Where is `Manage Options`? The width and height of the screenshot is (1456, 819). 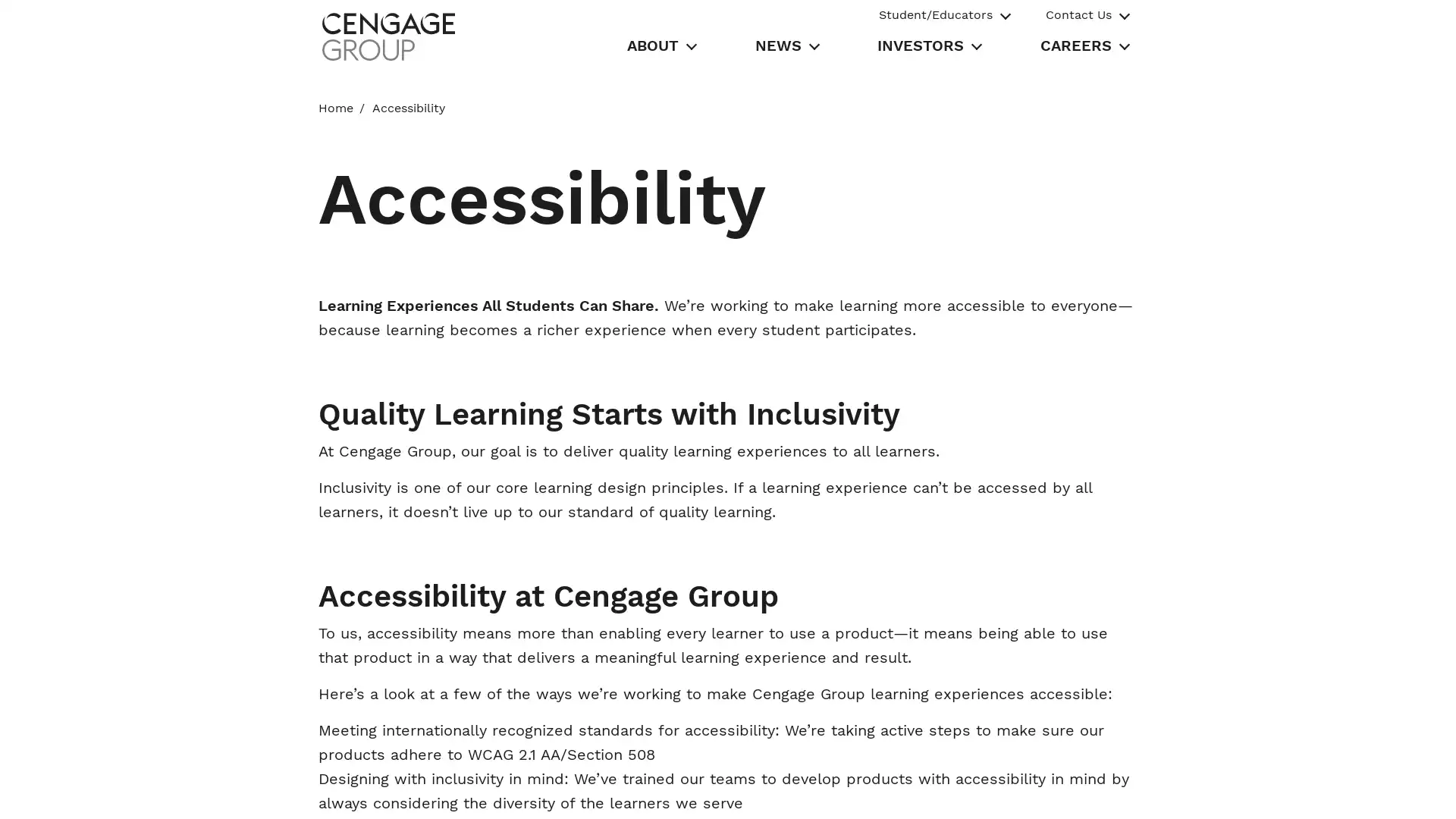 Manage Options is located at coordinates (1060, 789).